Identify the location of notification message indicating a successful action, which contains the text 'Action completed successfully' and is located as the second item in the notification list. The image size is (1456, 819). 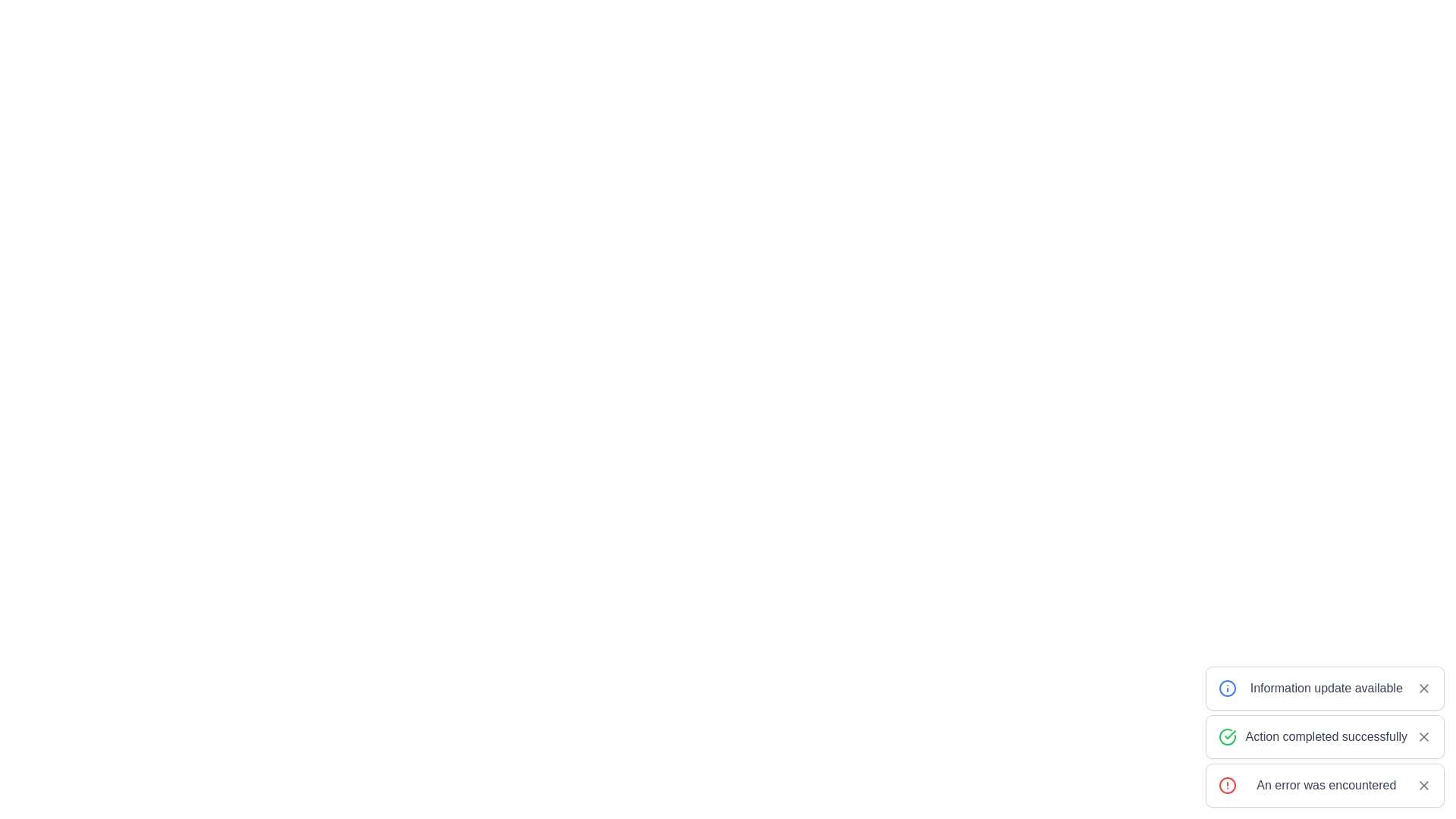
(1324, 736).